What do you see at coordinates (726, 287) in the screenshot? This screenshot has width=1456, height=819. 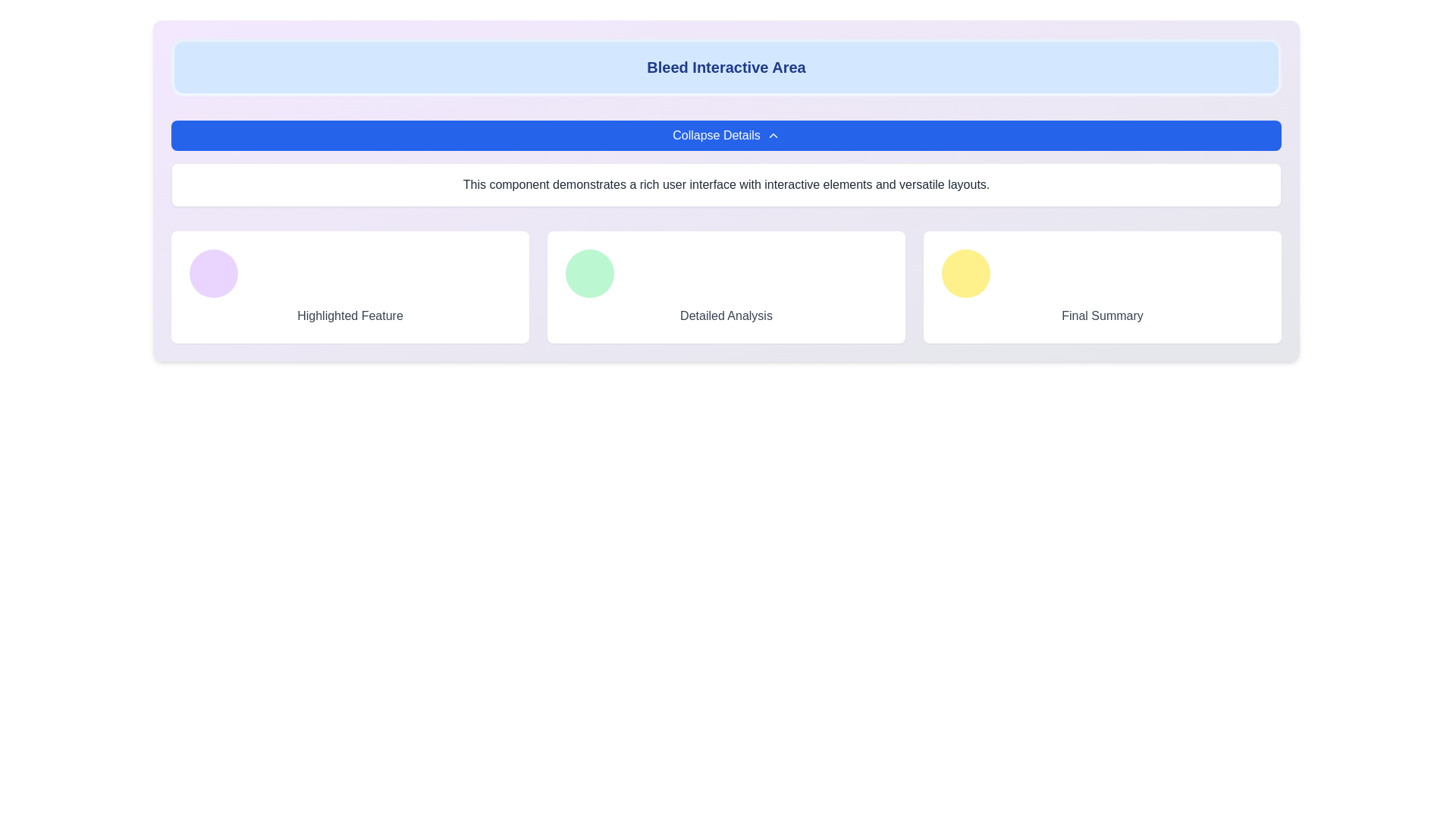 I see `the 'Detailed Analysis' card, which is the second card in a row of three, positioned between 'Highlighted Feature' and 'Final Summary'` at bounding box center [726, 287].